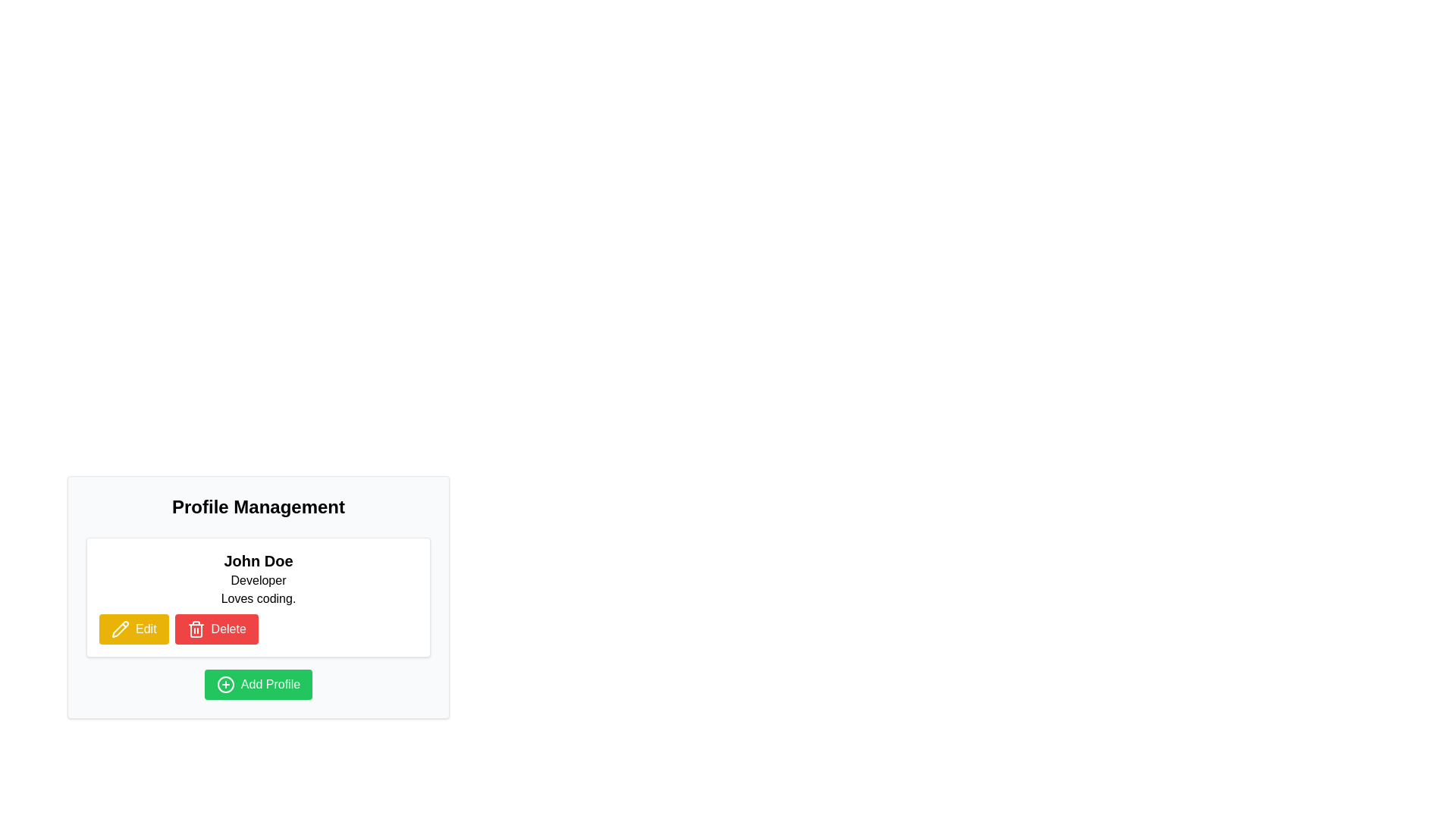  Describe the element at coordinates (258, 684) in the screenshot. I see `the 'Add New Profile' button located at the bottom center of the 'Profile Management' section` at that location.